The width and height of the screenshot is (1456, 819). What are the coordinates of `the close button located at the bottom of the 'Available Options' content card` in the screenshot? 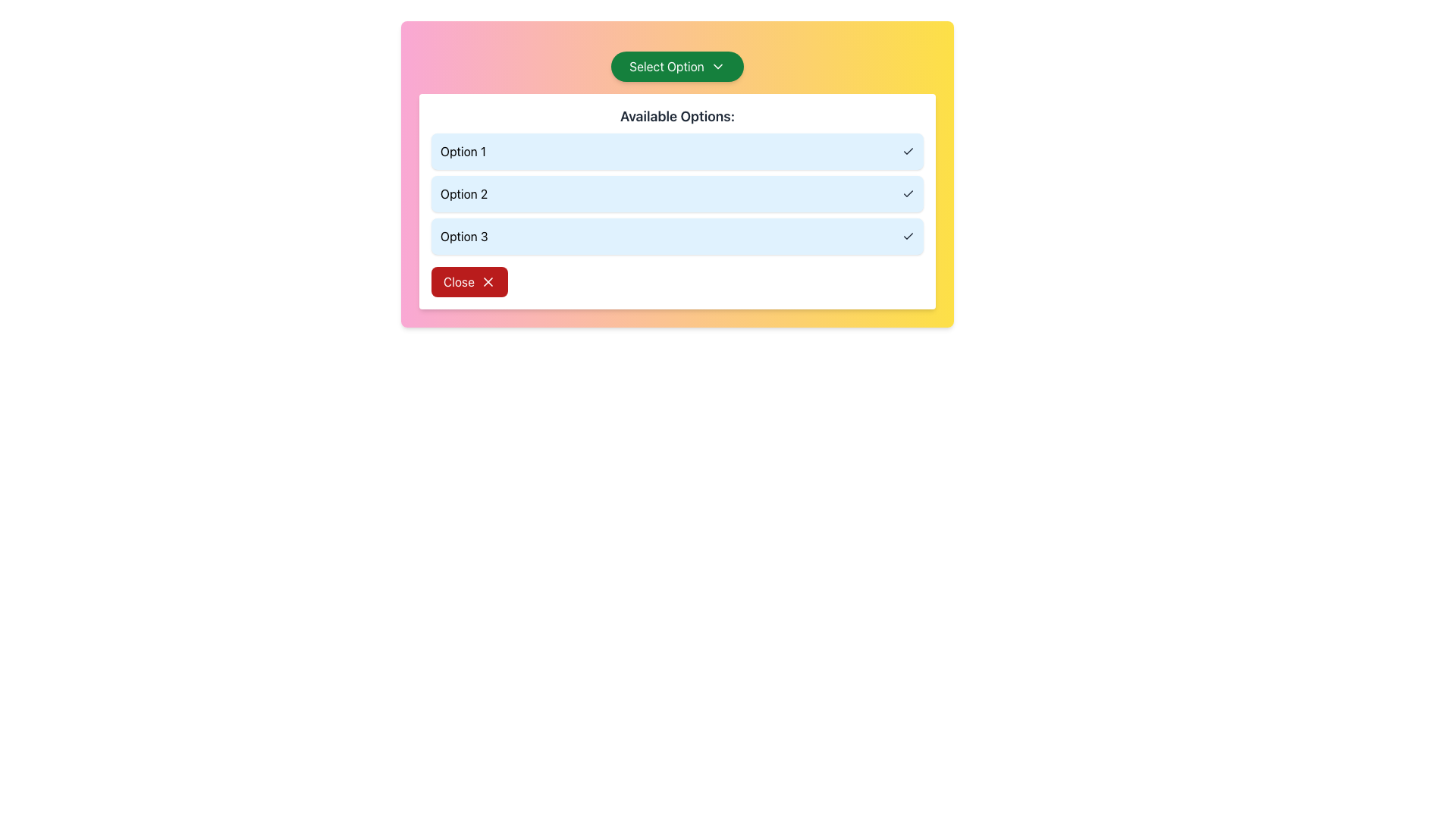 It's located at (469, 281).